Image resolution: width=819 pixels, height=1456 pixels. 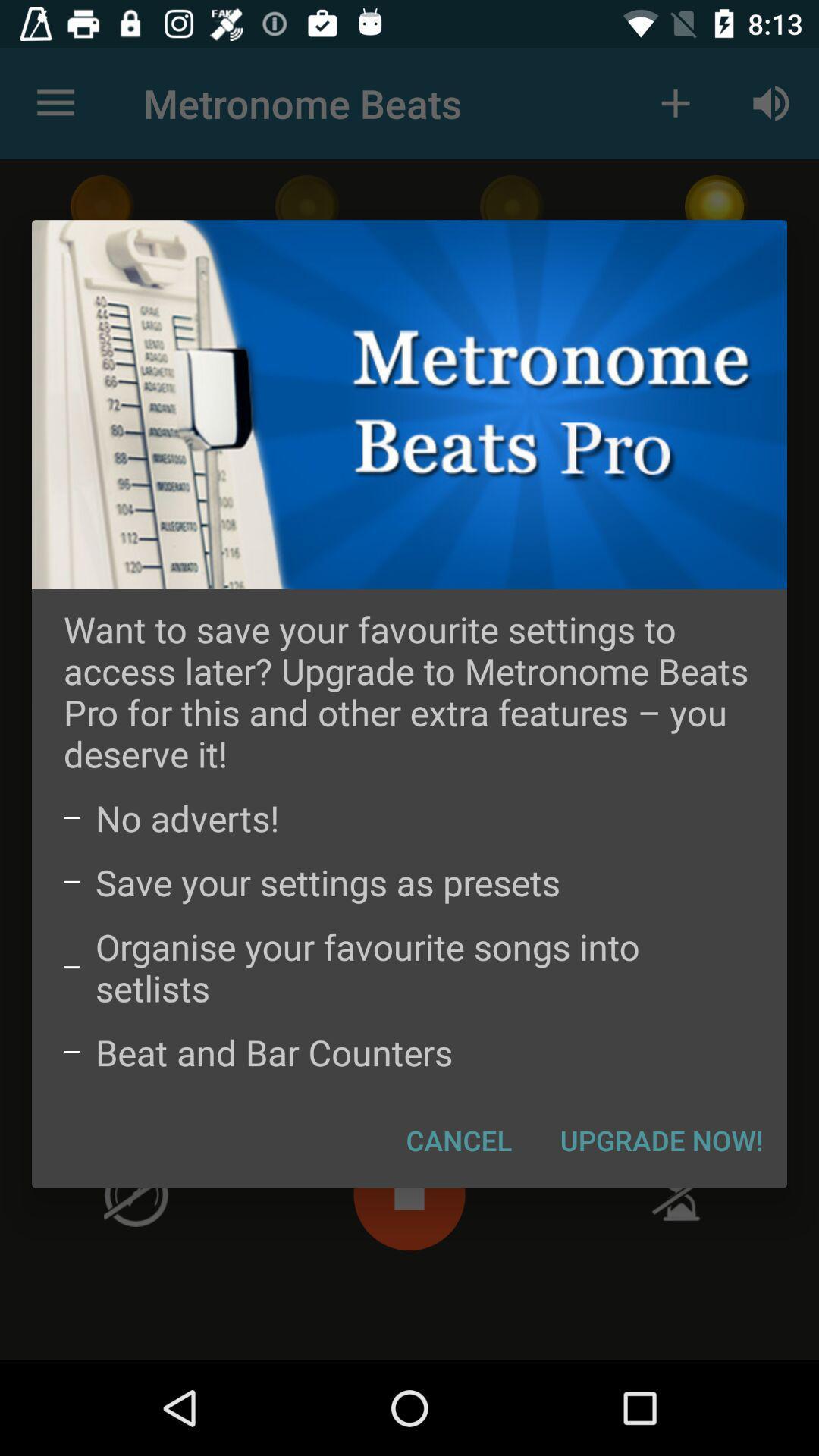 I want to click on item next to upgrade now! item, so click(x=458, y=1140).